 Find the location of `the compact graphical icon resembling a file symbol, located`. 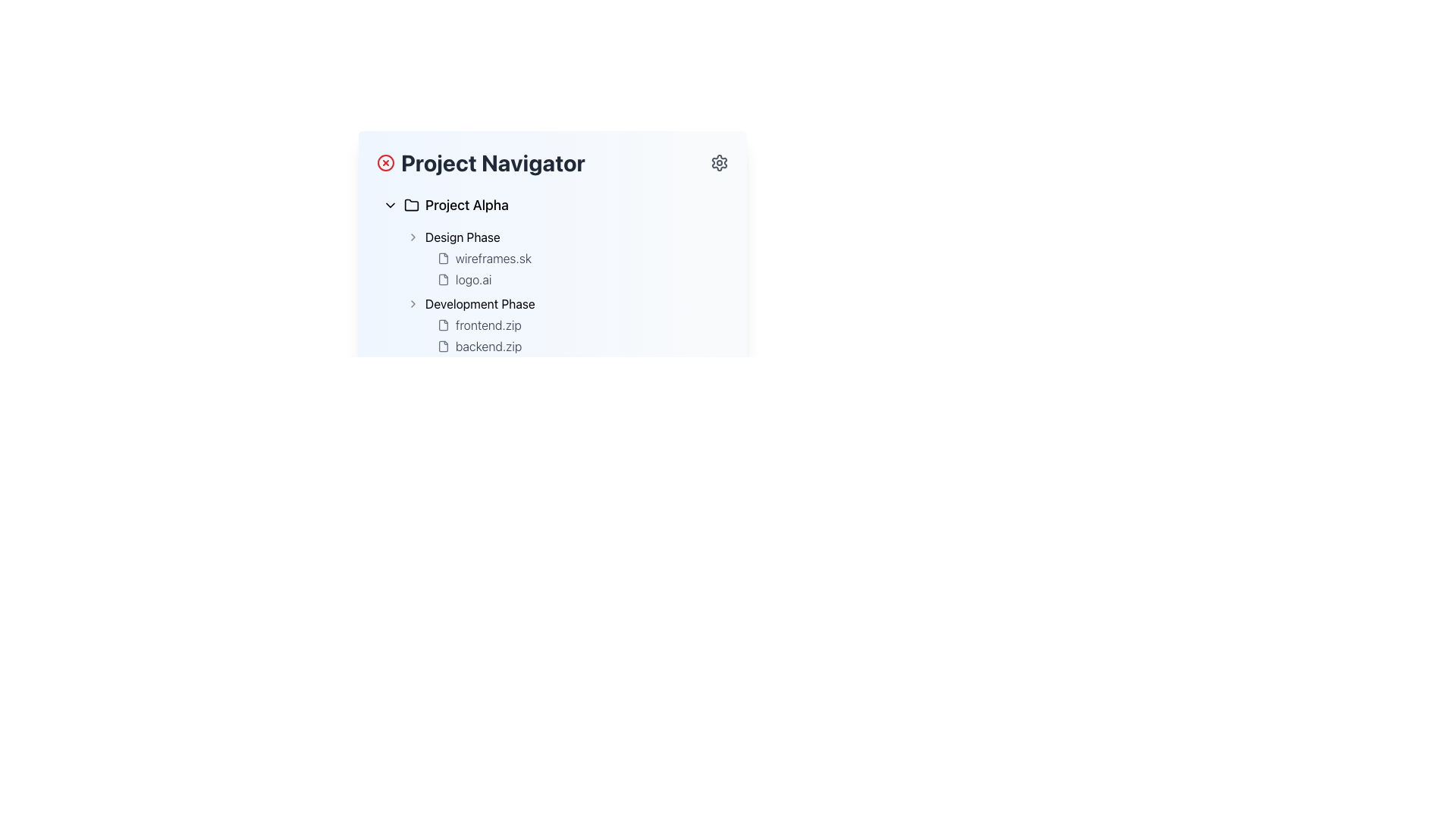

the compact graphical icon resembling a file symbol, located is located at coordinates (443, 280).